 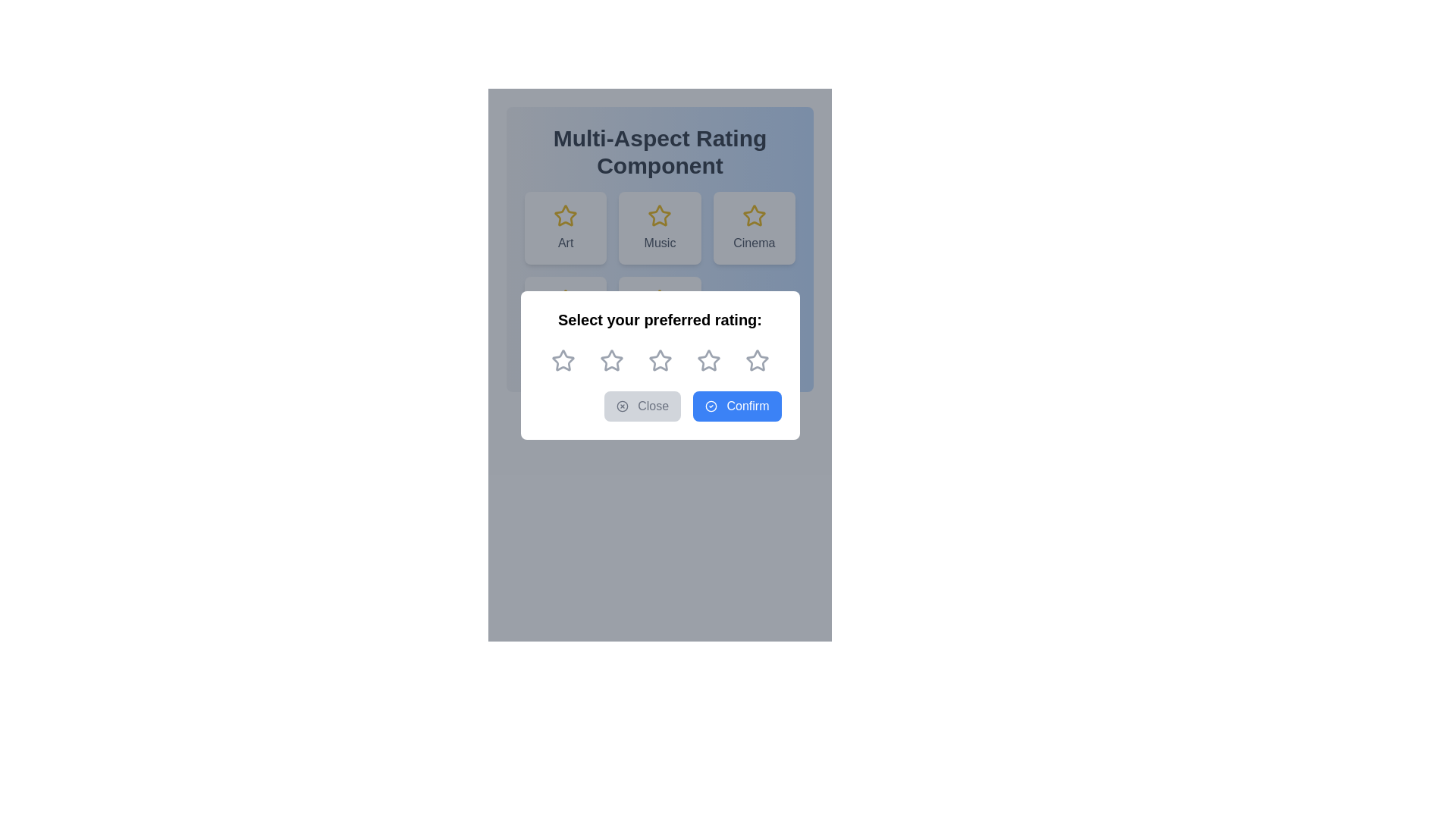 What do you see at coordinates (736, 405) in the screenshot?
I see `the blue 'Confirm' button with a checkmark icon at the bottom right of the modal interface to confirm the action` at bounding box center [736, 405].